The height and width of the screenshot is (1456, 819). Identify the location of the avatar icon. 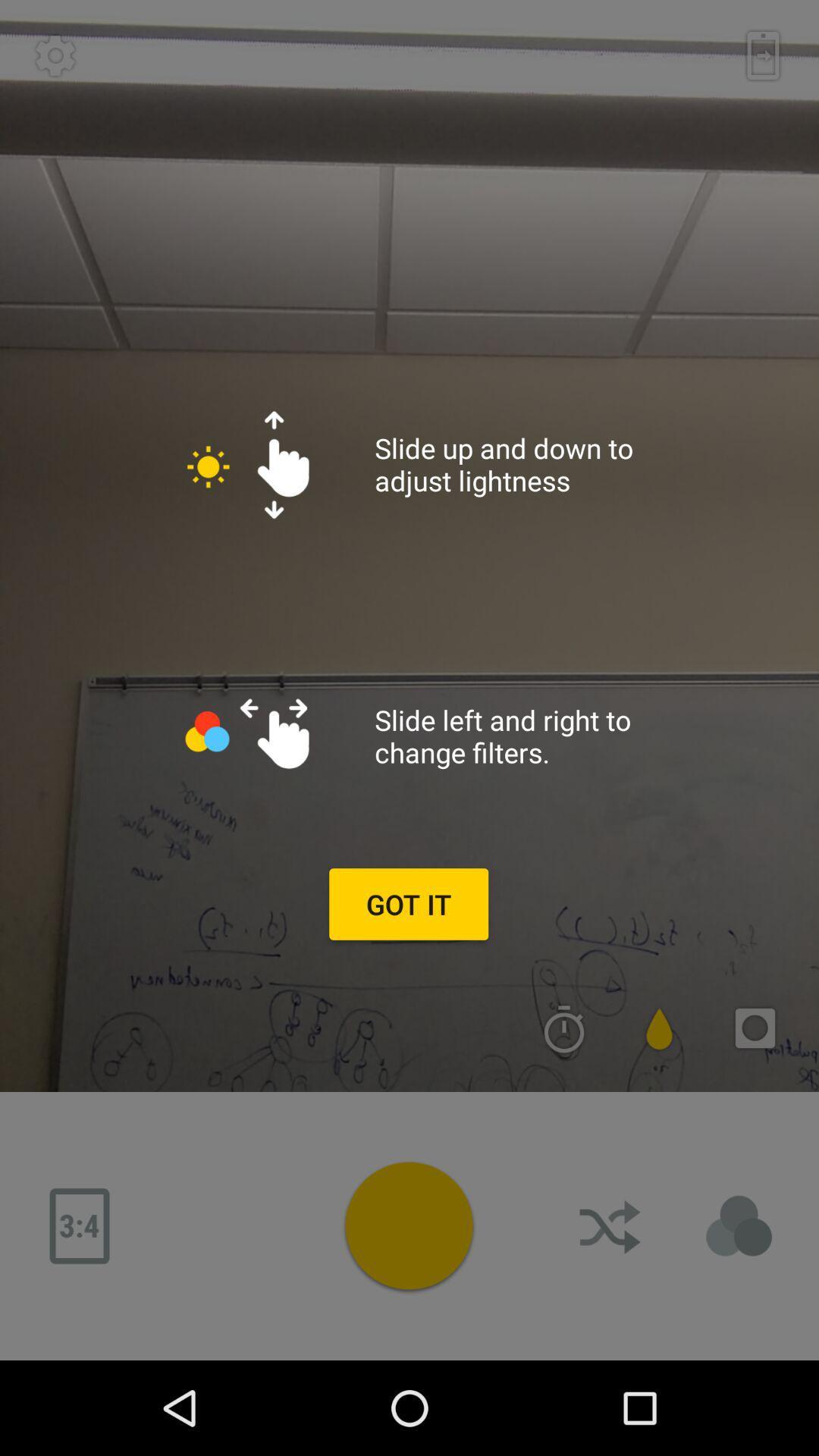
(739, 1226).